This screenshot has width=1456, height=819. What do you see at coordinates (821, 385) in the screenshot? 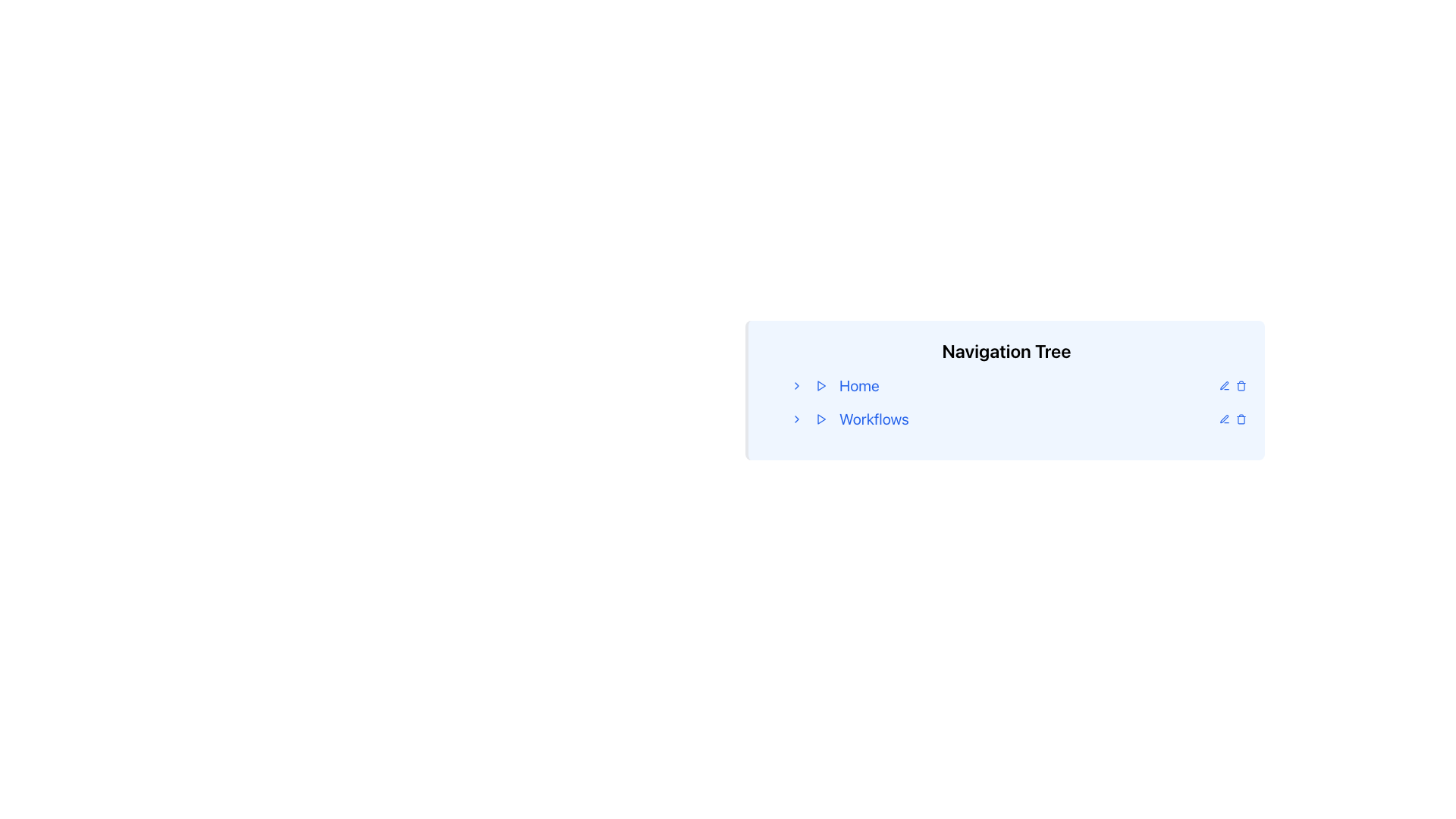
I see `the 'play' icon located next to the 'Home' text in the 'Navigation Tree' section` at bounding box center [821, 385].